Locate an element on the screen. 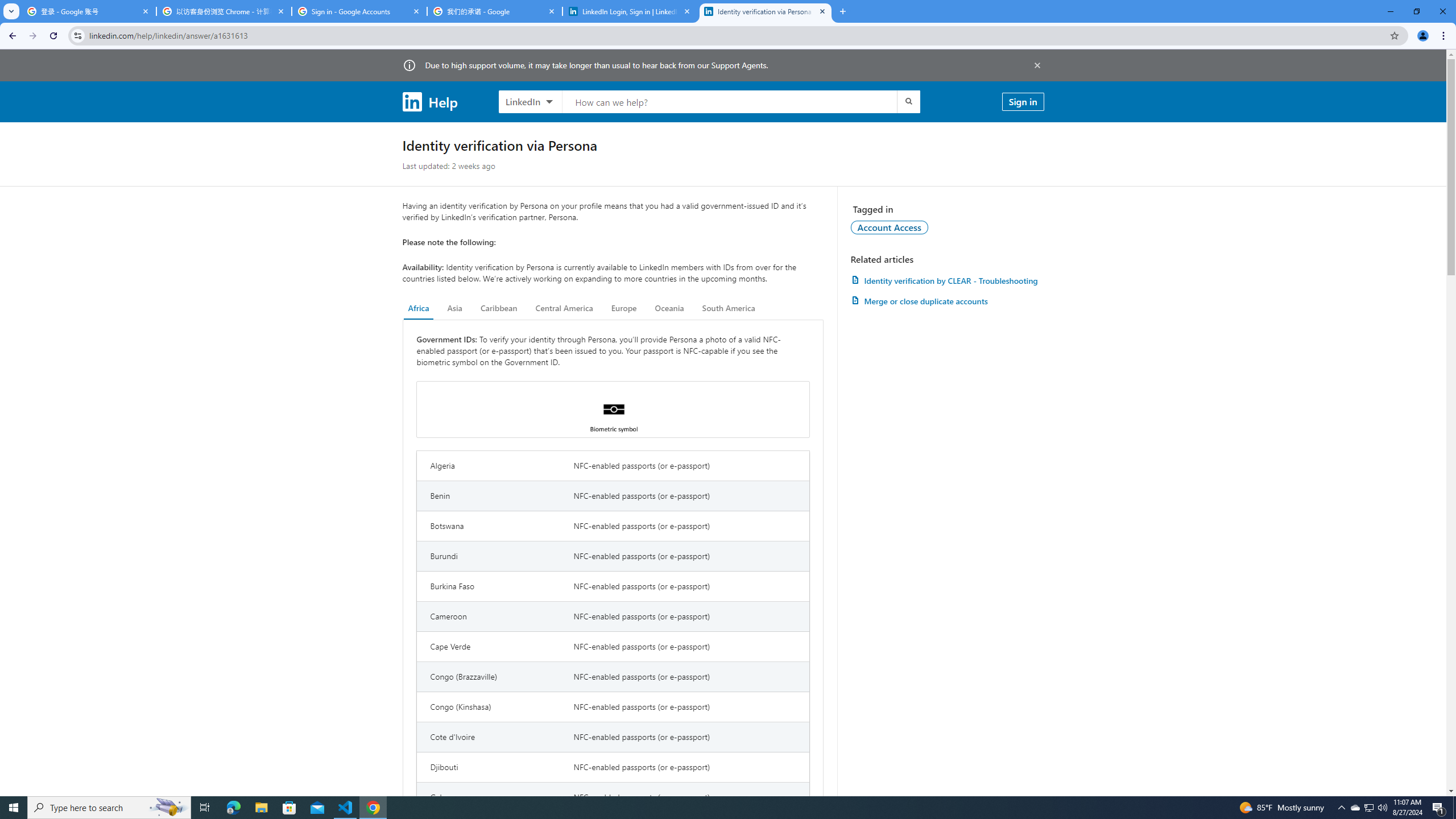 Image resolution: width=1456 pixels, height=819 pixels. 'Asia' is located at coordinates (454, 308).